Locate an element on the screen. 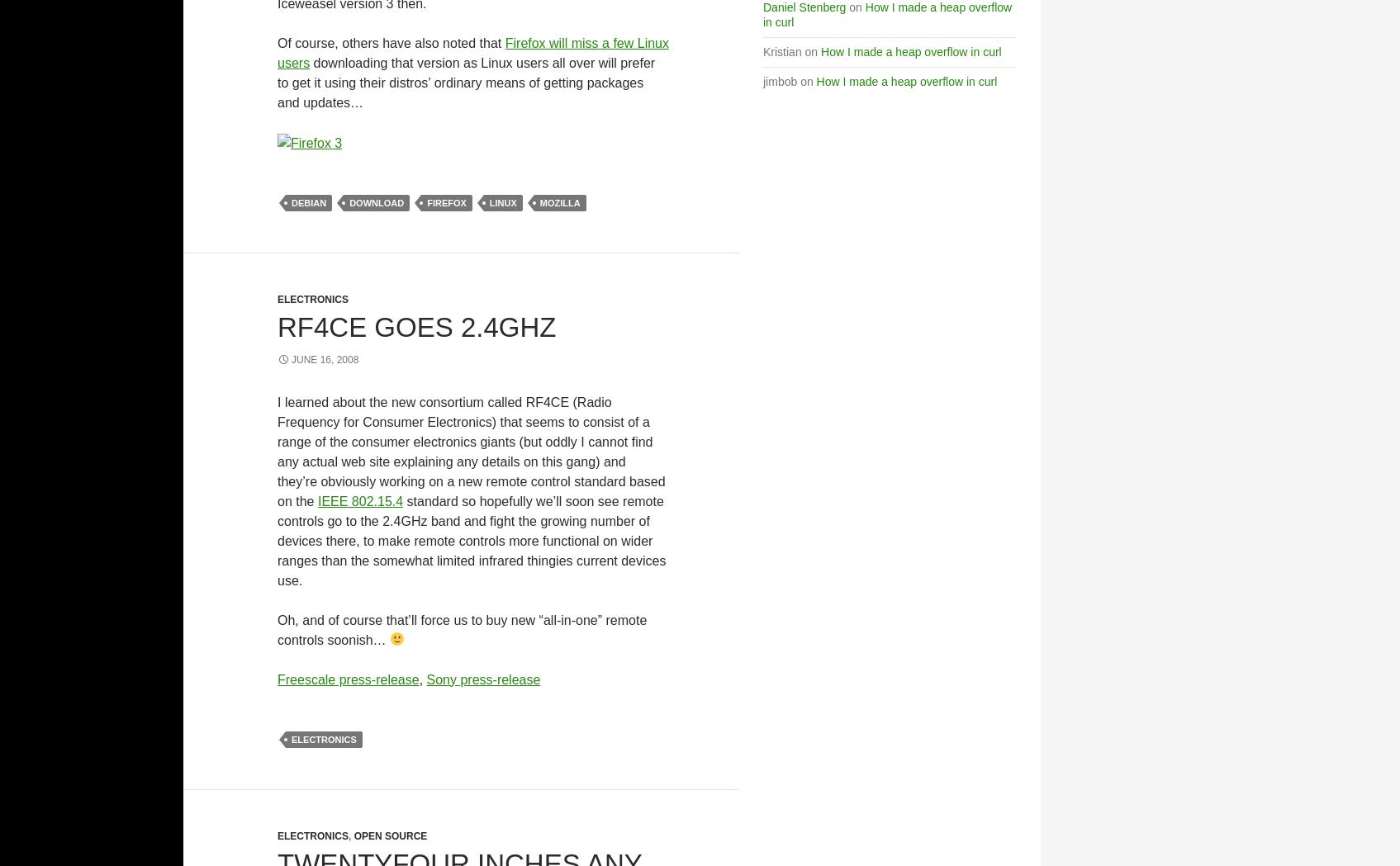 The image size is (1400, 866). 'Sony press-release' is located at coordinates (482, 678).